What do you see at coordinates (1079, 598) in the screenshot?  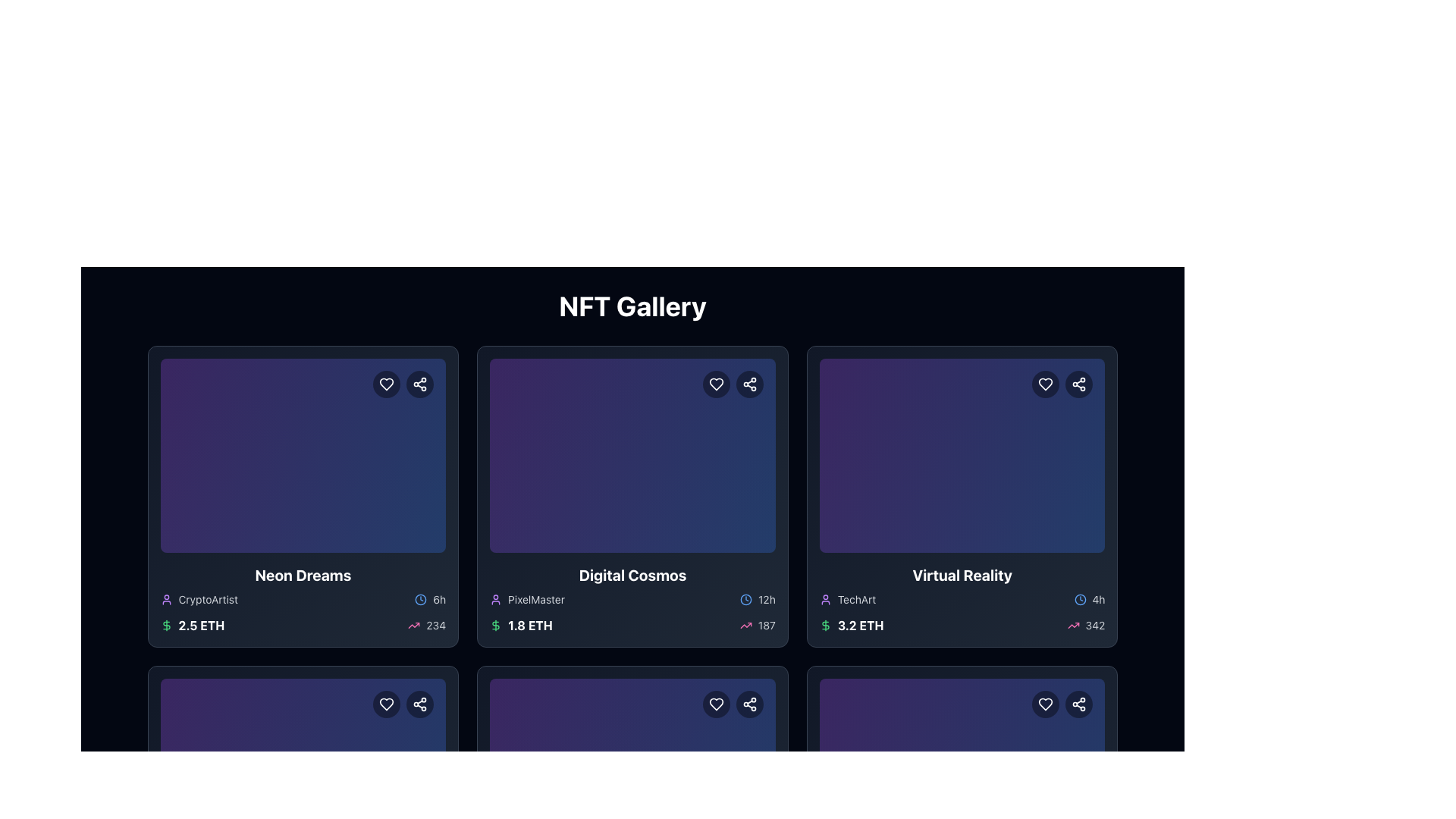 I see `the circle within the clock icon, which is part of the 'Virtual Reality' card located at the top-right corner of its time label` at bounding box center [1079, 598].